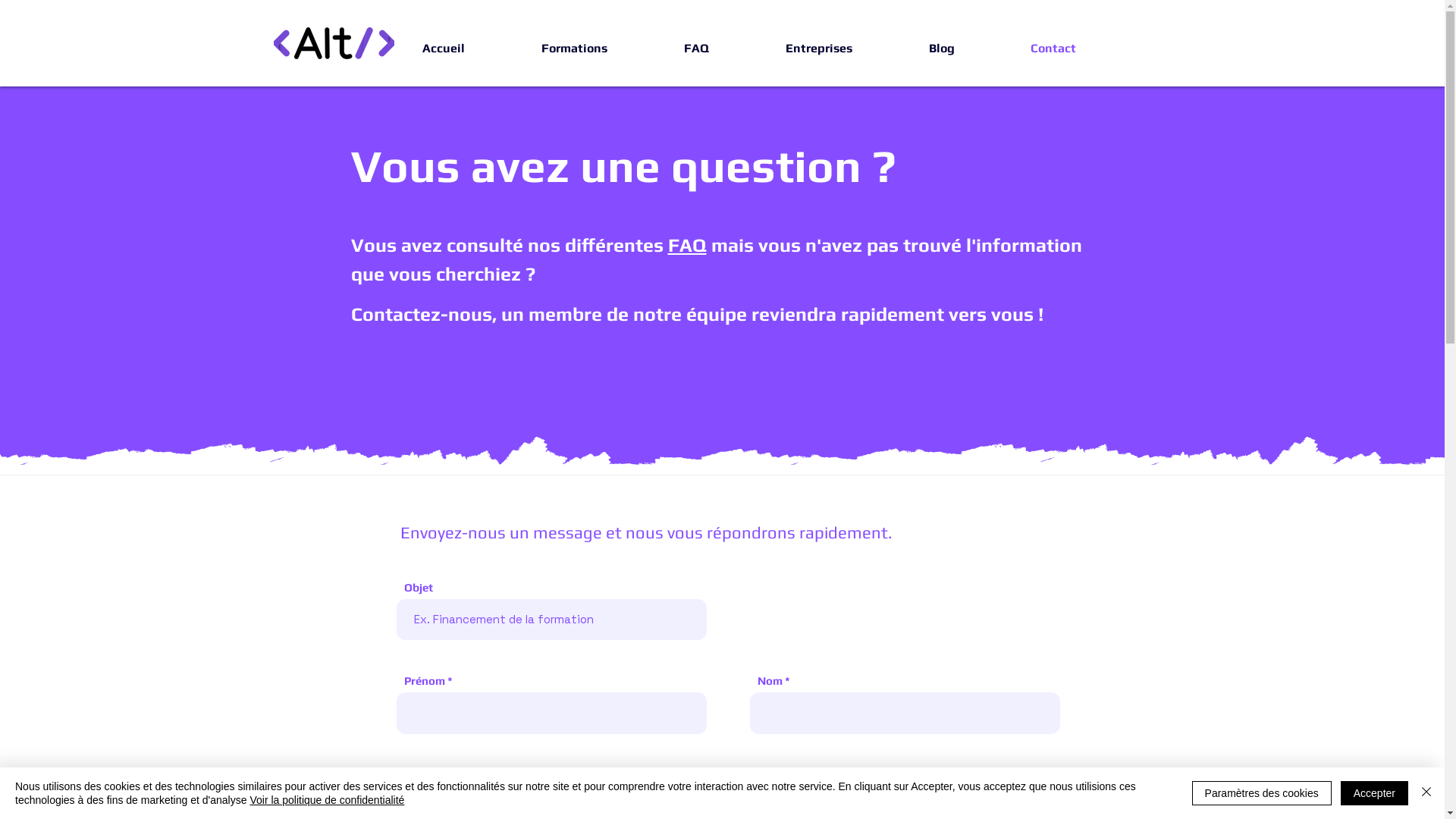 The width and height of the screenshot is (1456, 819). I want to click on 'Entreprises', so click(791, 47).